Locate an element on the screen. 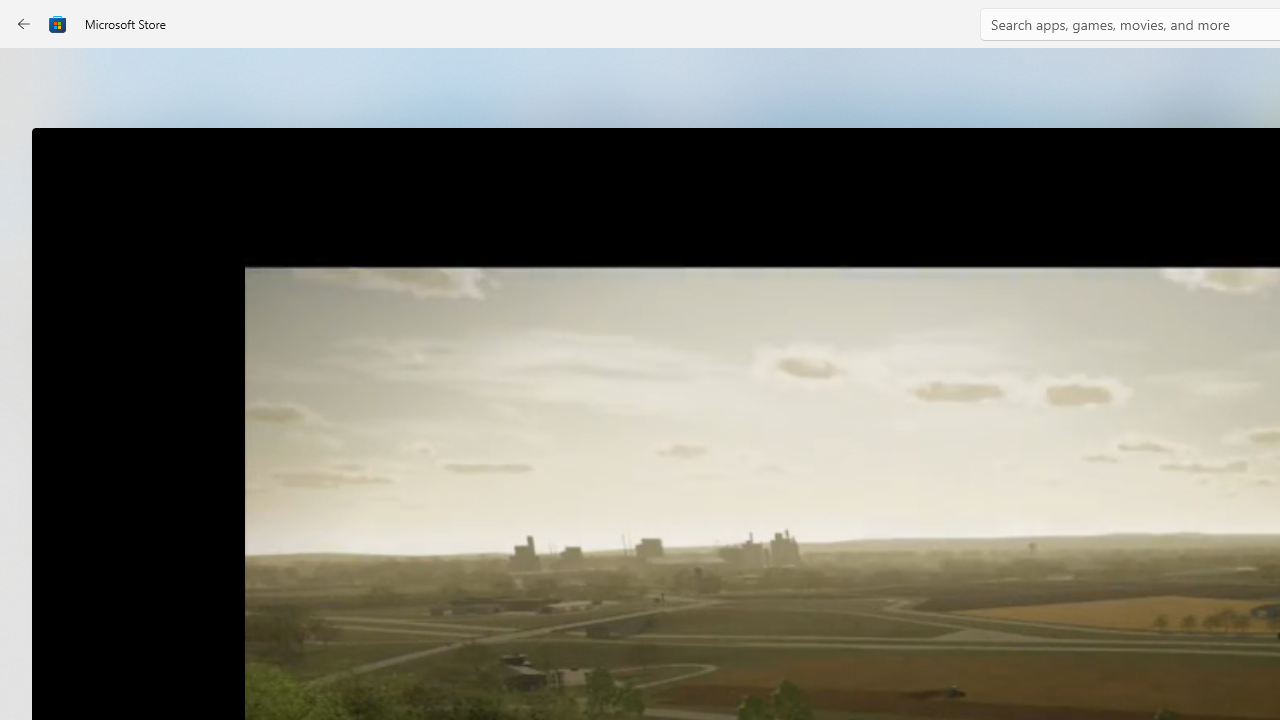 The image size is (1280, 720). 'Back' is located at coordinates (24, 24).